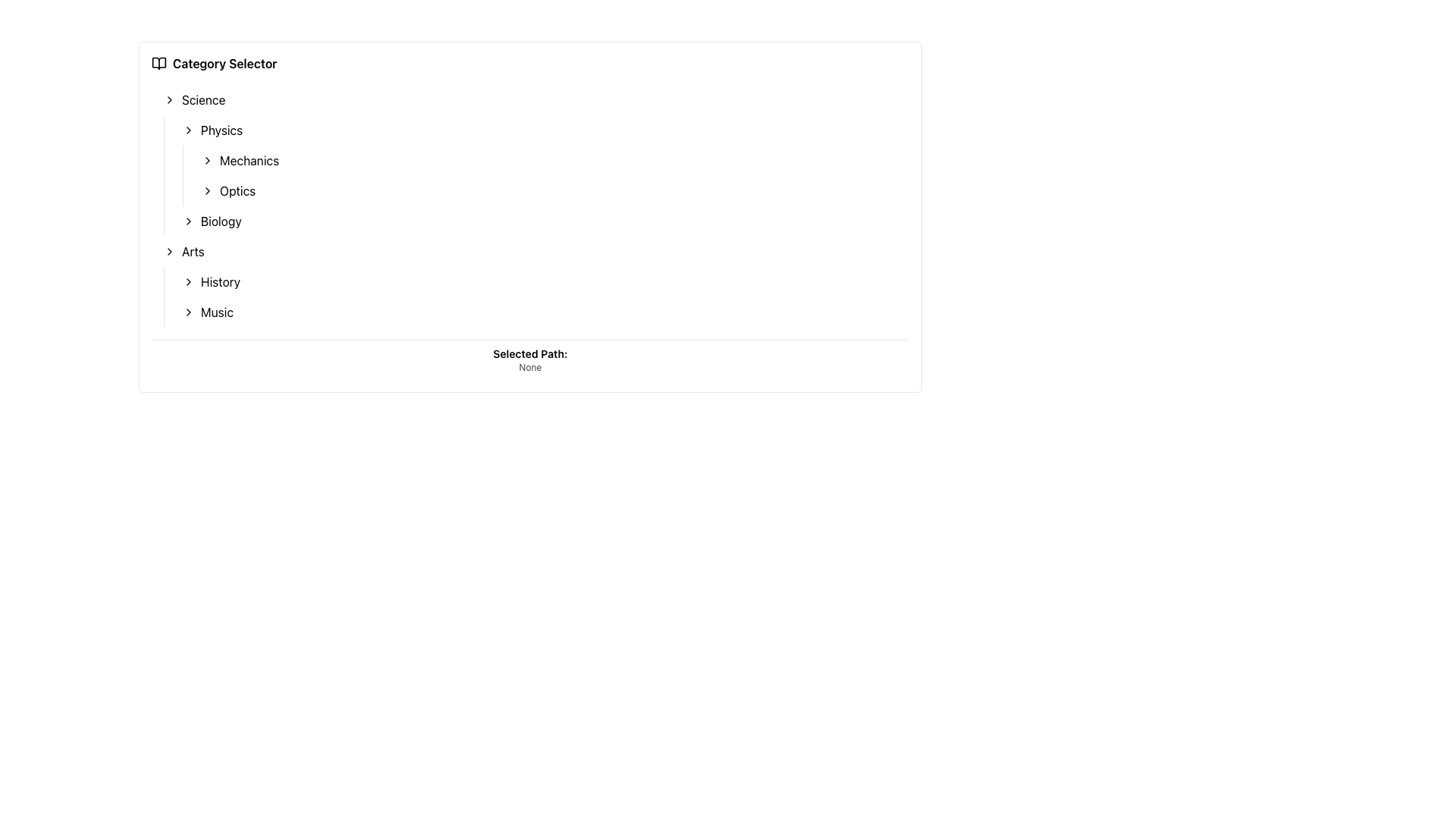  What do you see at coordinates (188, 281) in the screenshot?
I see `the chevron icon indicating the collapsible 'History' section in the 'Arts' category` at bounding box center [188, 281].